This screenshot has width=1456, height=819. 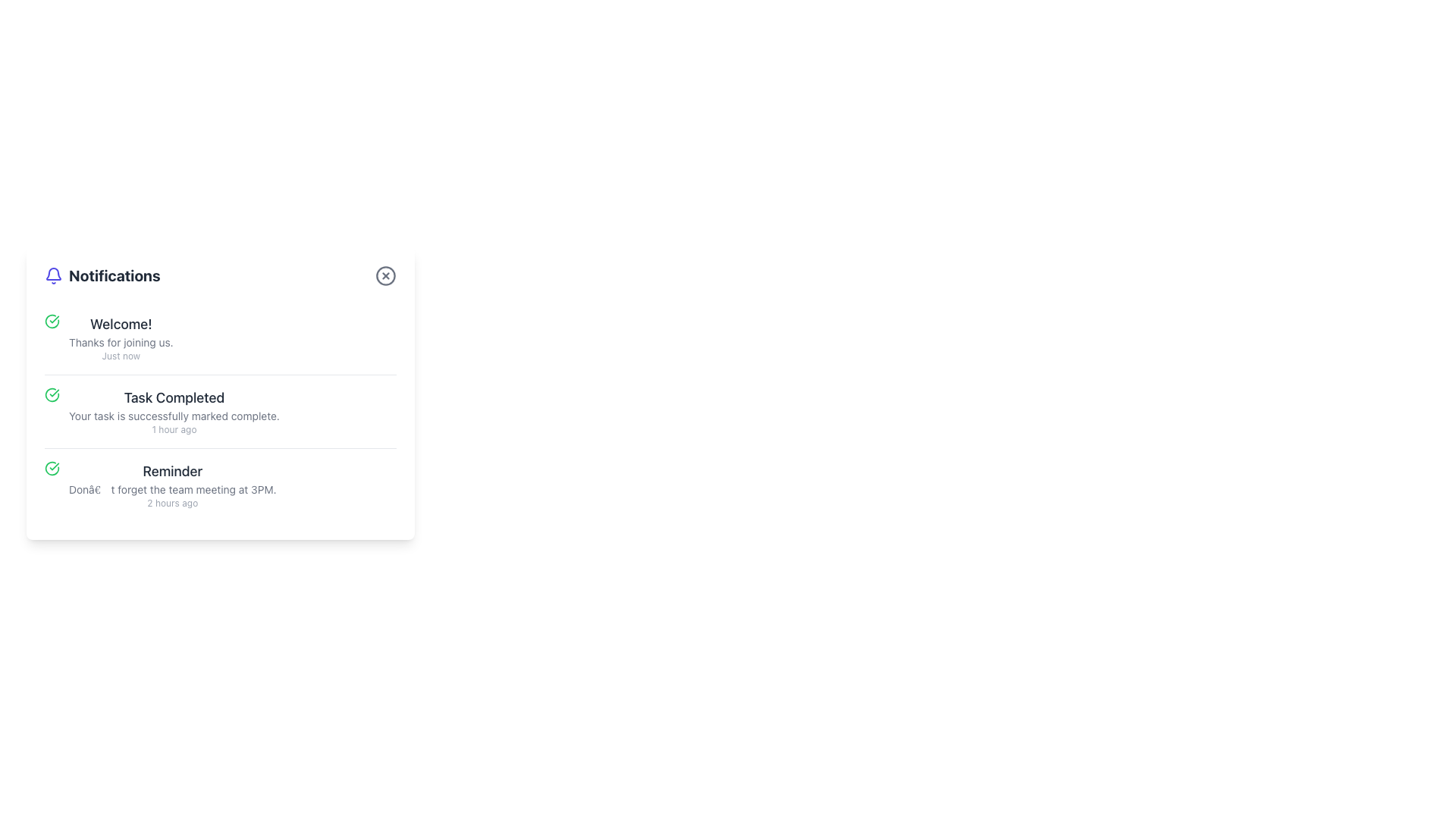 I want to click on the Text Label located below the 'Welcome!' text and above the 'Just now' timestamp within a notification entry, so click(x=120, y=342).